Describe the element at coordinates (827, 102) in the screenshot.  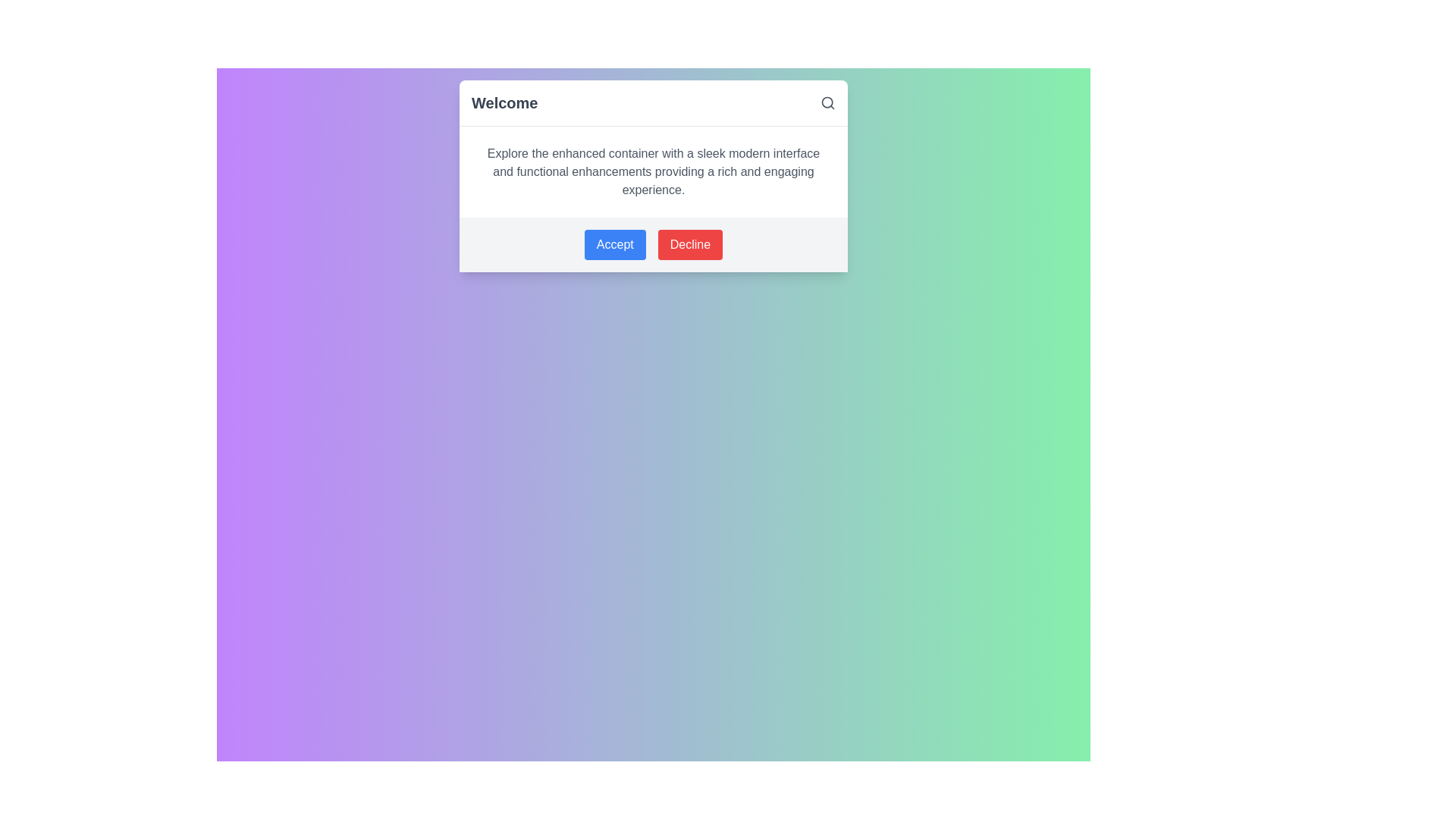
I see `the small gray magnifying glass icon located in the top-right corner of the 'Welcome' section` at that location.